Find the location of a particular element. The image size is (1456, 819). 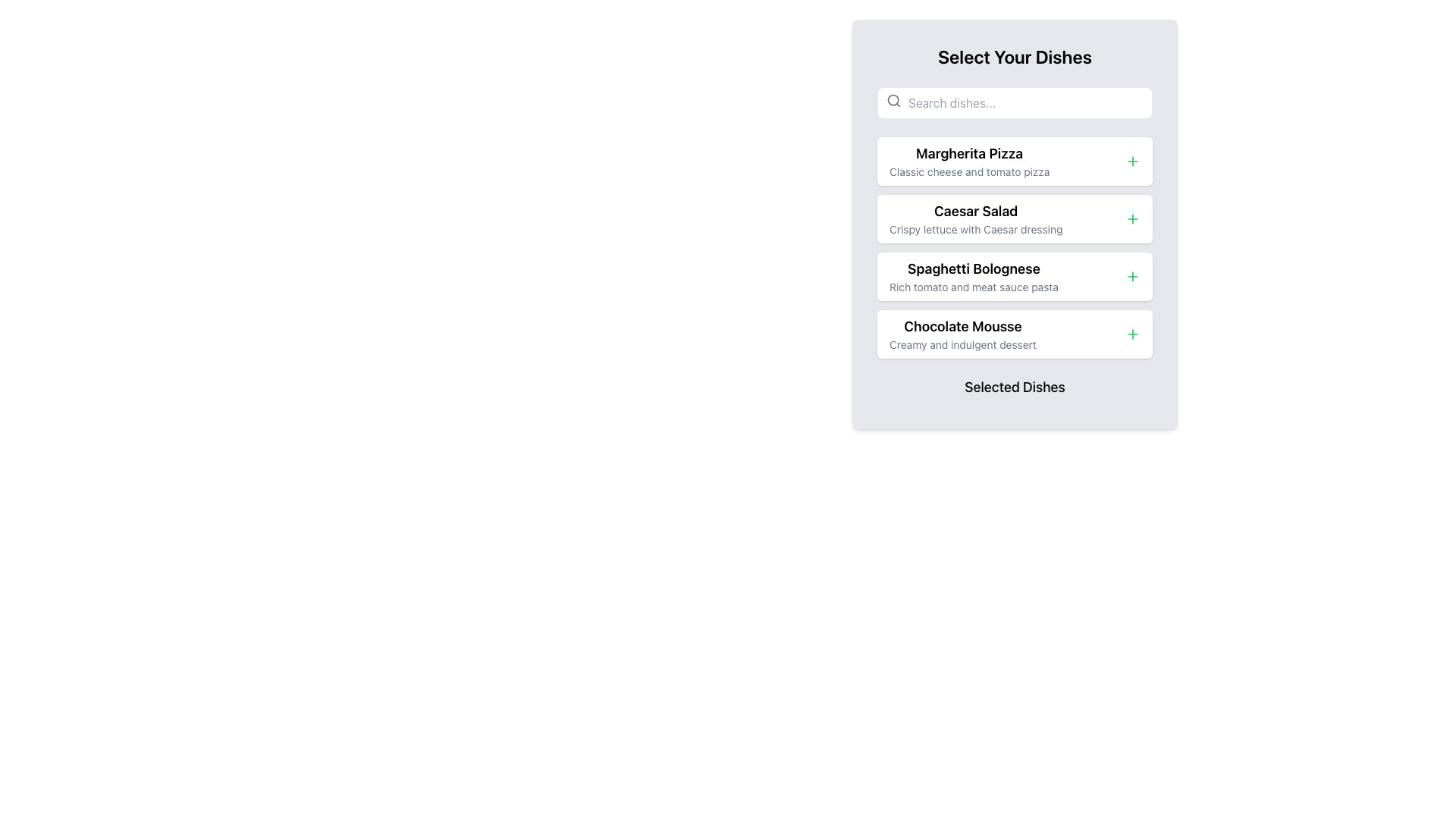

the title text for the dish 'Spaghetti Bolognese', which is centrally aligned at the top of the card and serves as the identifier for the dish in the menu is located at coordinates (974, 268).